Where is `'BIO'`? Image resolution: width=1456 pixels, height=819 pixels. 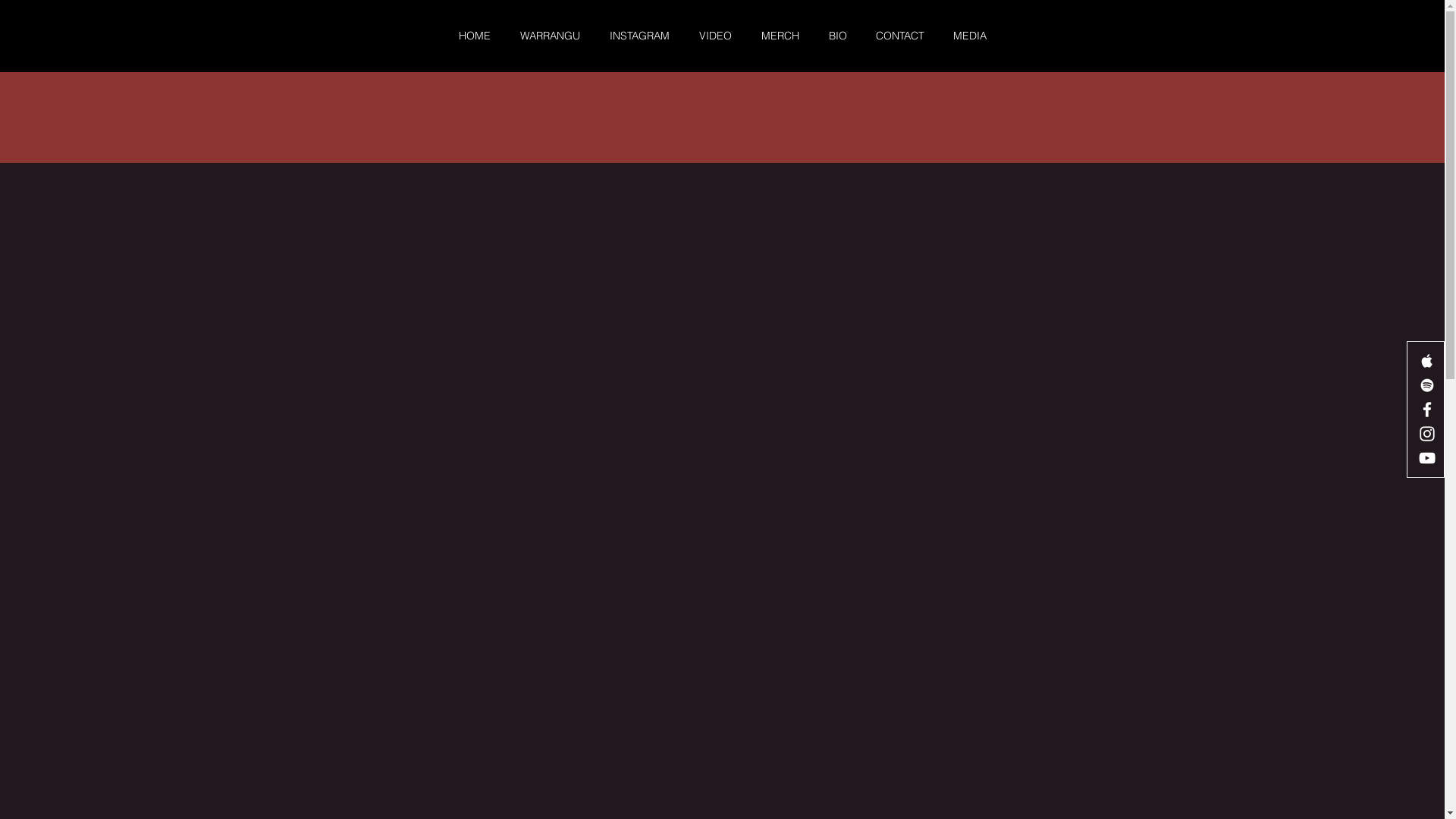 'BIO' is located at coordinates (836, 35).